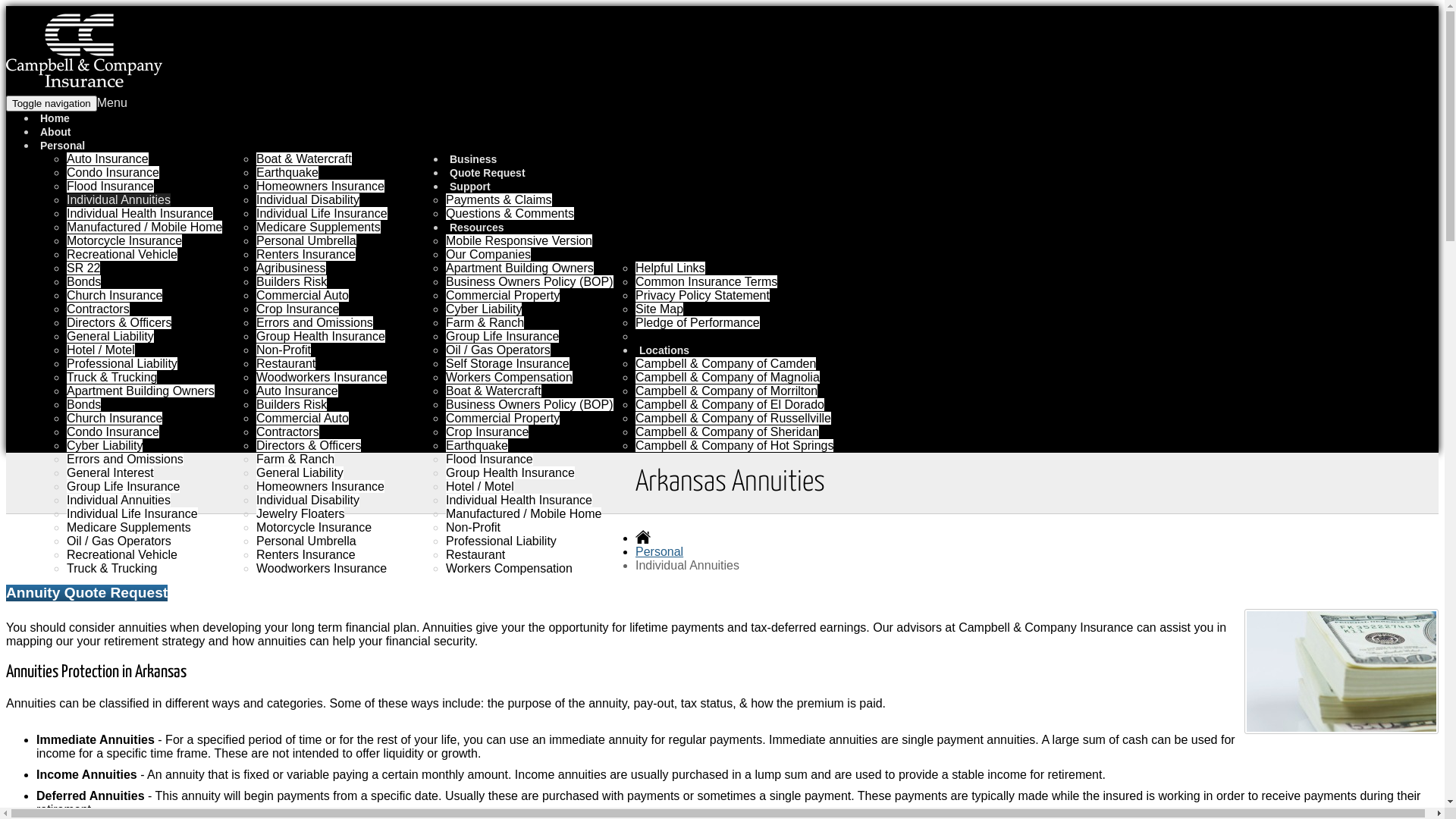  What do you see at coordinates (300, 513) in the screenshot?
I see `'Jewelry Floaters'` at bounding box center [300, 513].